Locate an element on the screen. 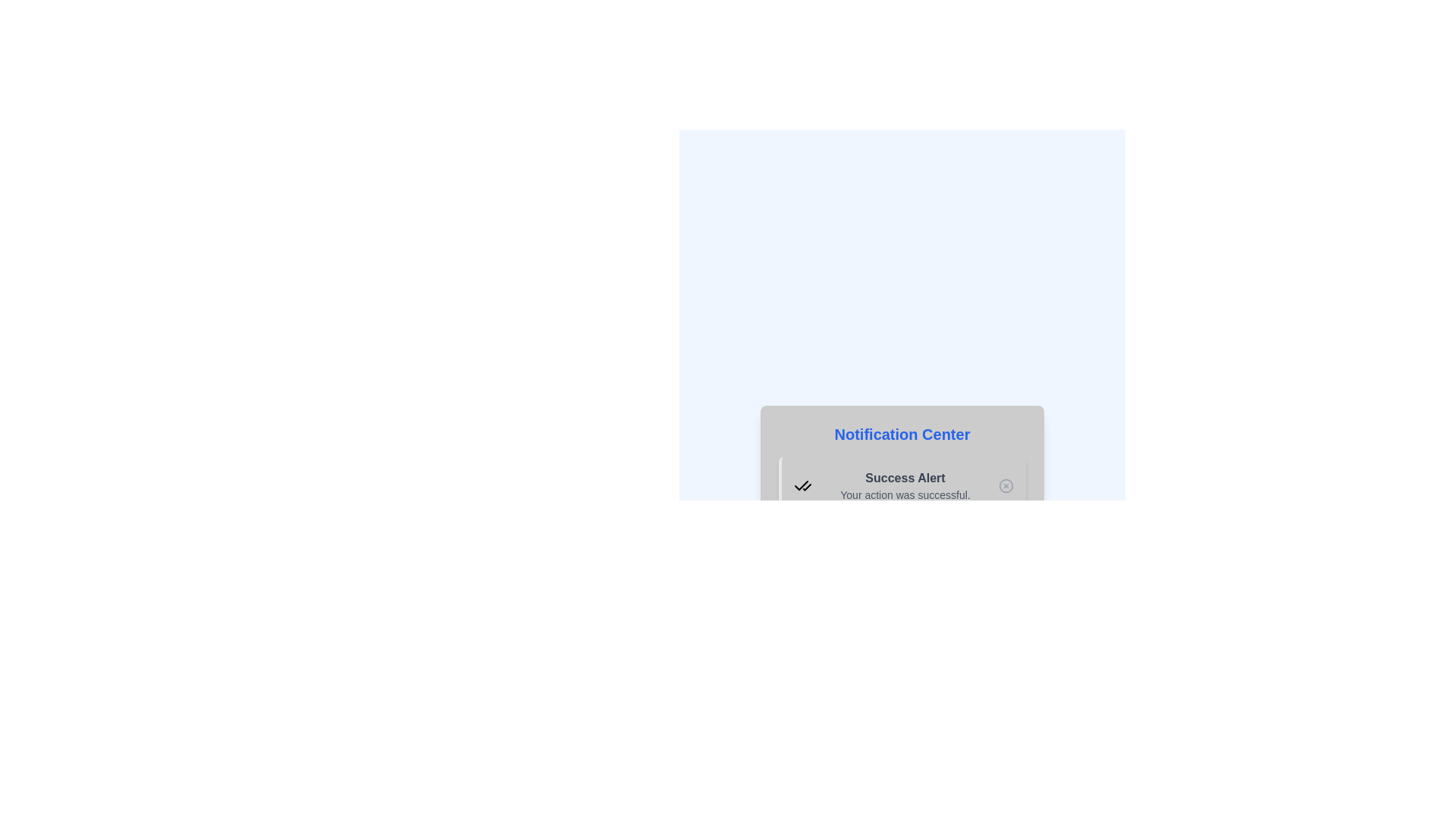 The height and width of the screenshot is (819, 1456). the text label 'Notification Center' which is styled in blue, located at the top section of the notification panel is located at coordinates (902, 435).